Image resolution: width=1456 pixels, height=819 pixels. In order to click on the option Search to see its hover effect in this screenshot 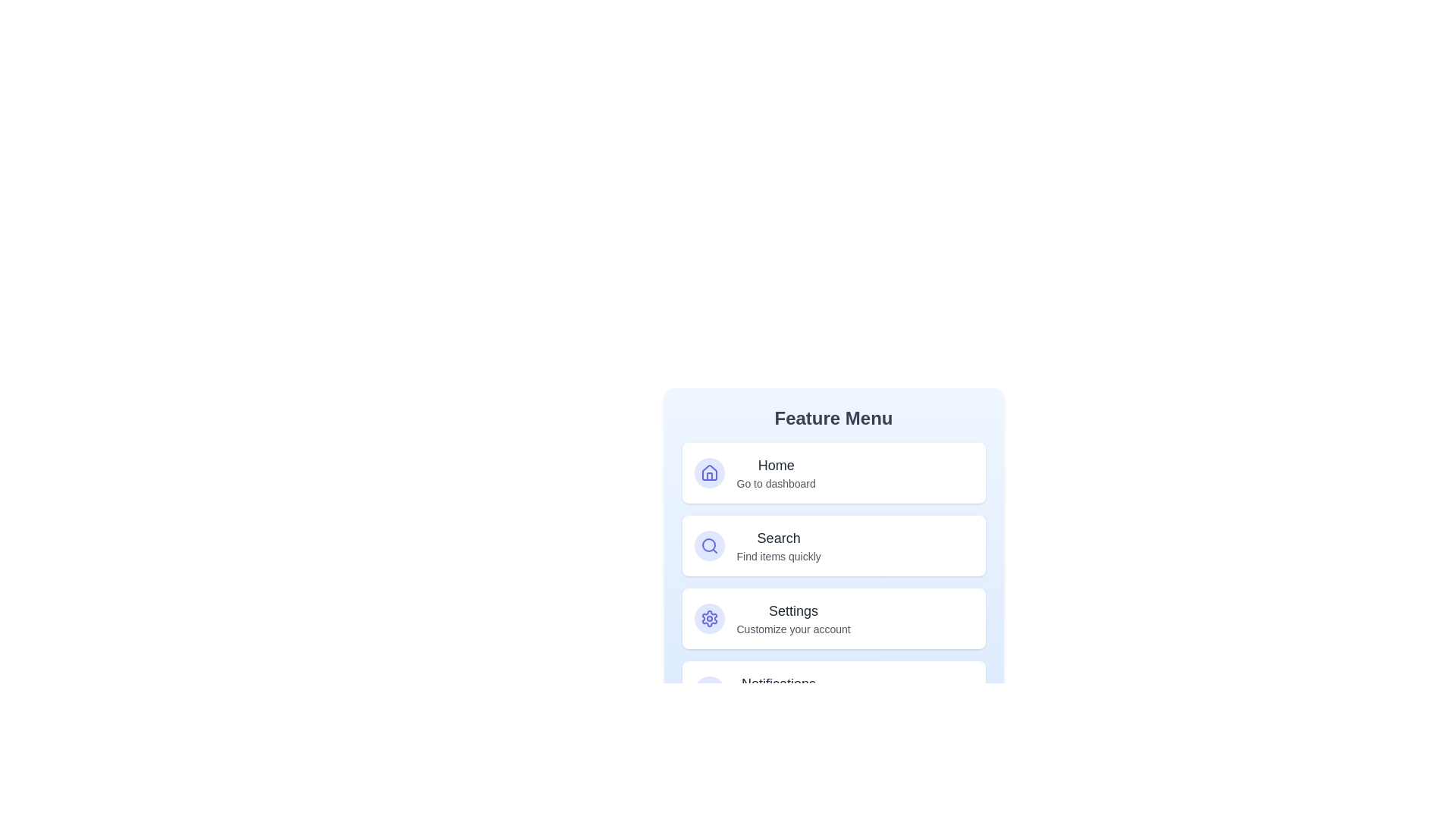, I will do `click(833, 546)`.